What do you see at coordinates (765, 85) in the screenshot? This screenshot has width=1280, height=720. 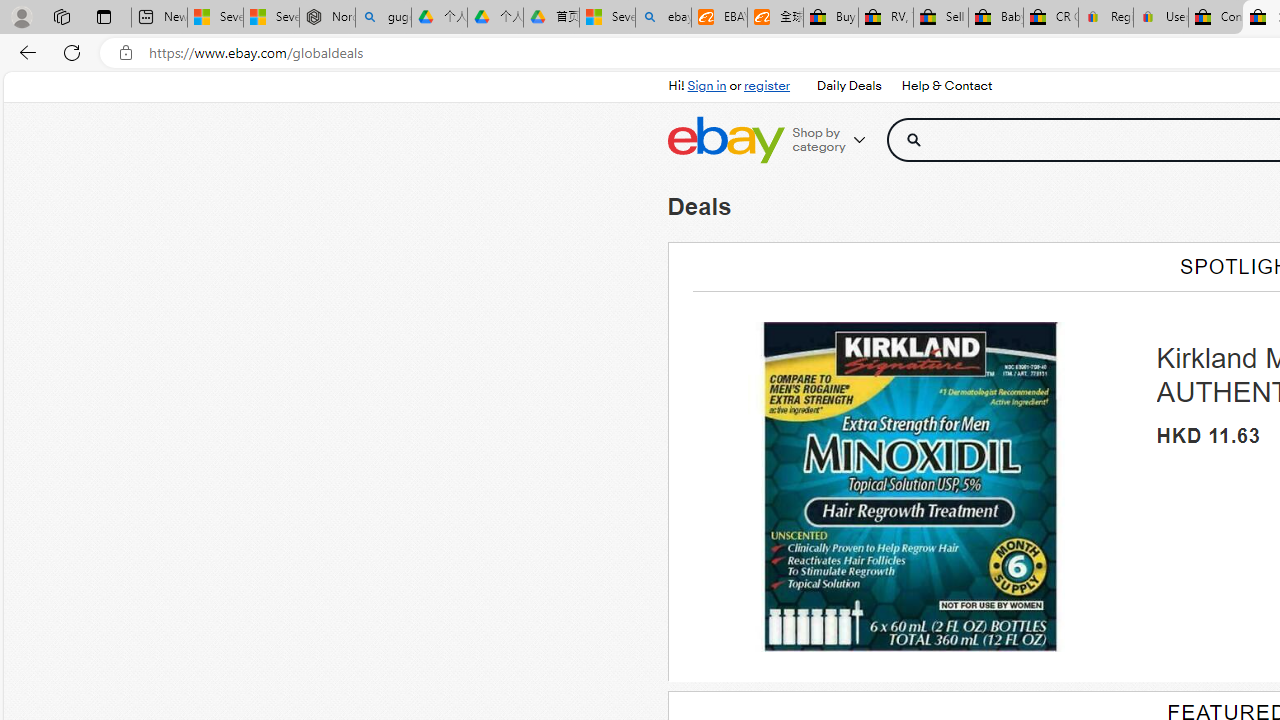 I see `'register'` at bounding box center [765, 85].